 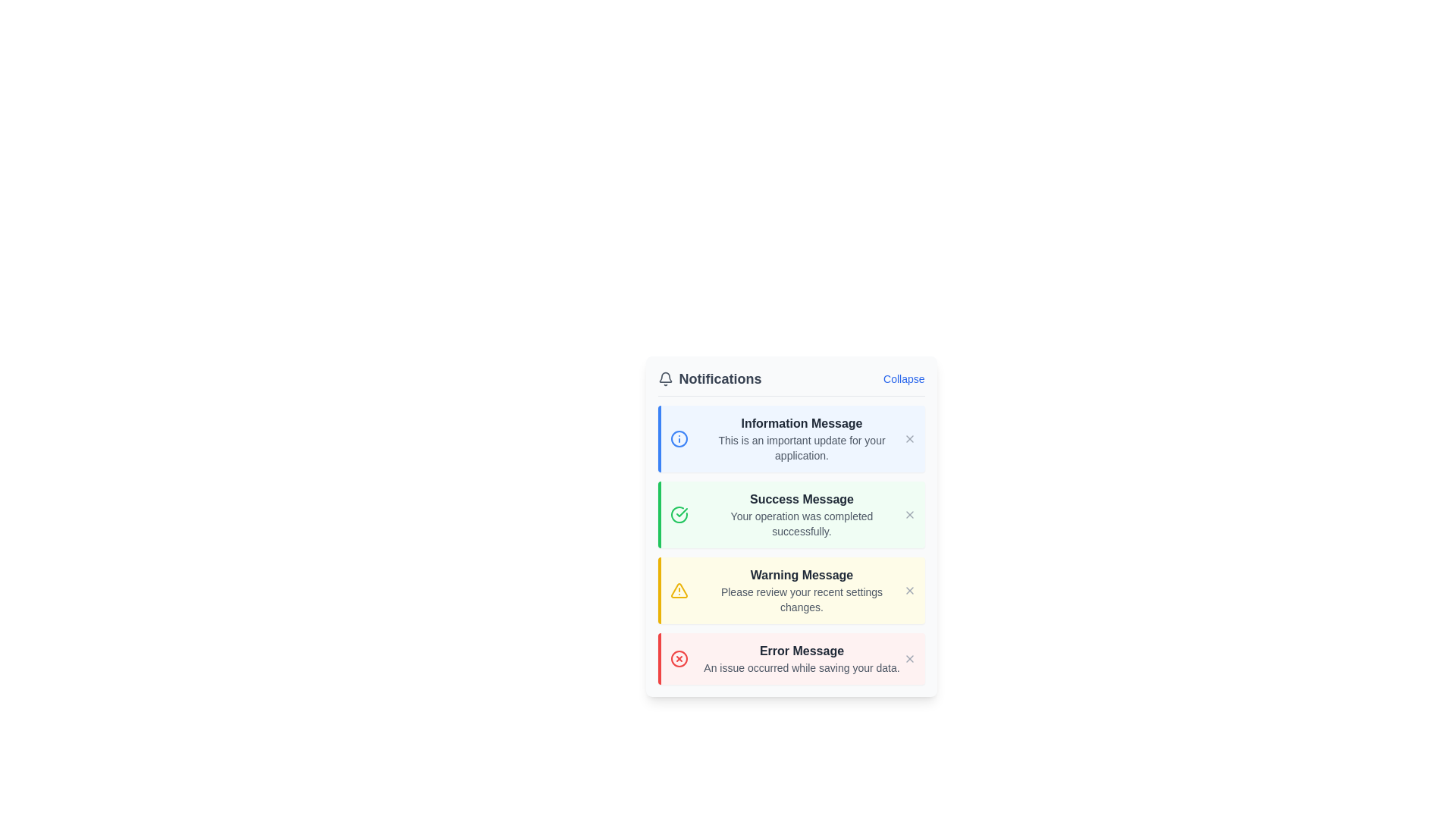 I want to click on the header text element that labels the notifications section, so click(x=709, y=378).